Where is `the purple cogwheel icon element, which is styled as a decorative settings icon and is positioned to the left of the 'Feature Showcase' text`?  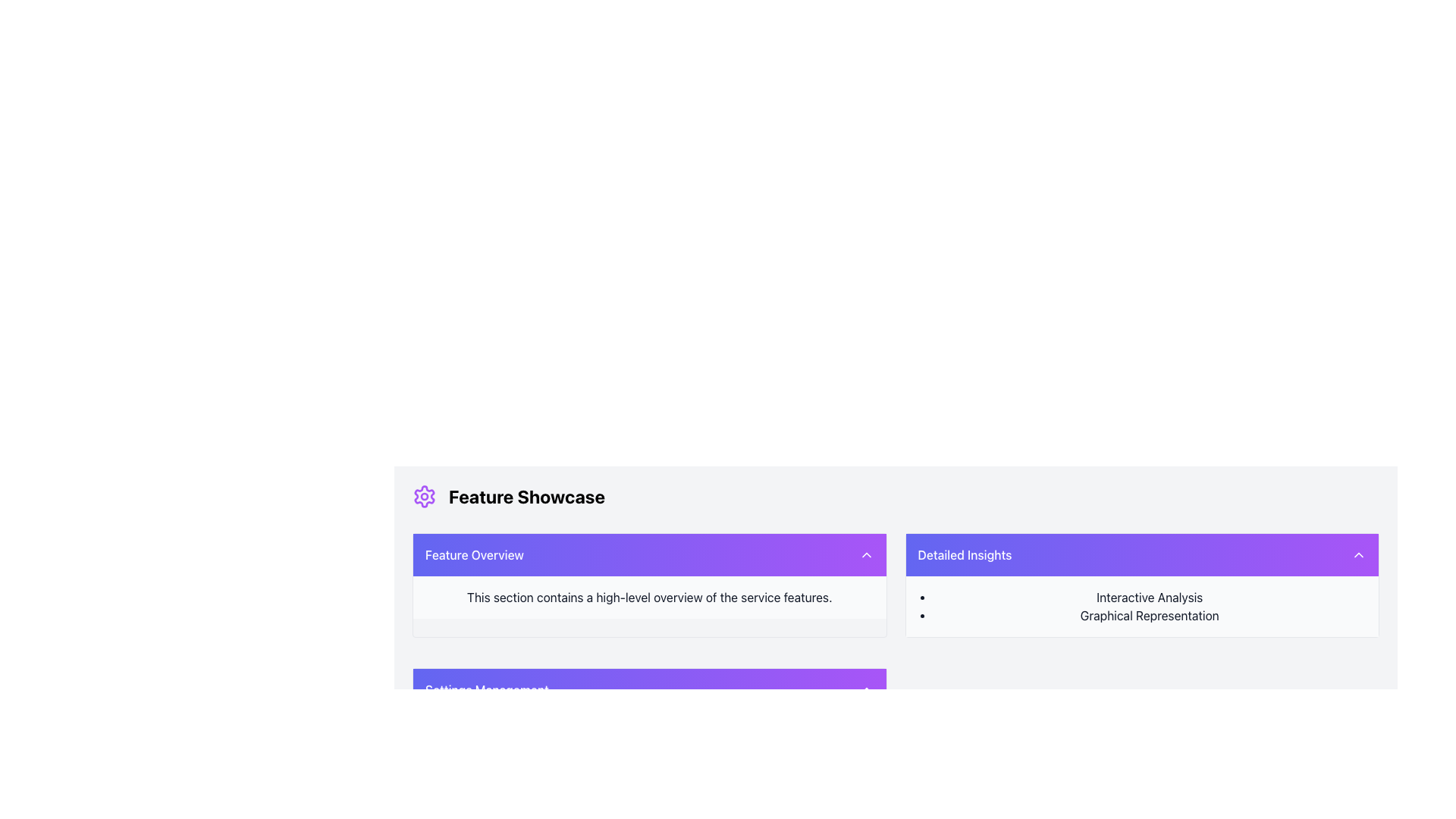
the purple cogwheel icon element, which is styled as a decorative settings icon and is positioned to the left of the 'Feature Showcase' text is located at coordinates (425, 497).